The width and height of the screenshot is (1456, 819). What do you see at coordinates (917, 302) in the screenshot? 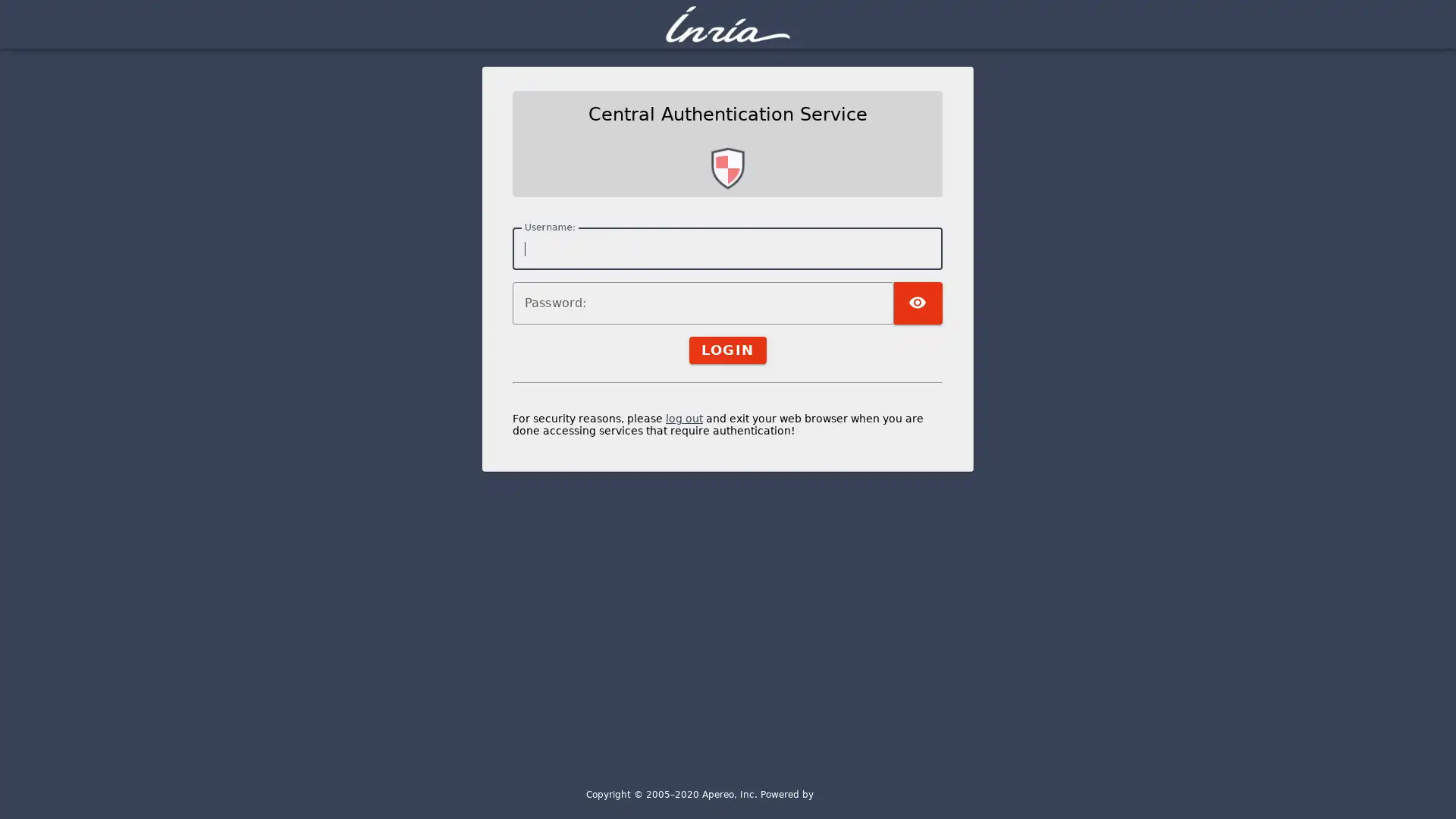
I see `TOGGLE PASSWORD` at bounding box center [917, 302].